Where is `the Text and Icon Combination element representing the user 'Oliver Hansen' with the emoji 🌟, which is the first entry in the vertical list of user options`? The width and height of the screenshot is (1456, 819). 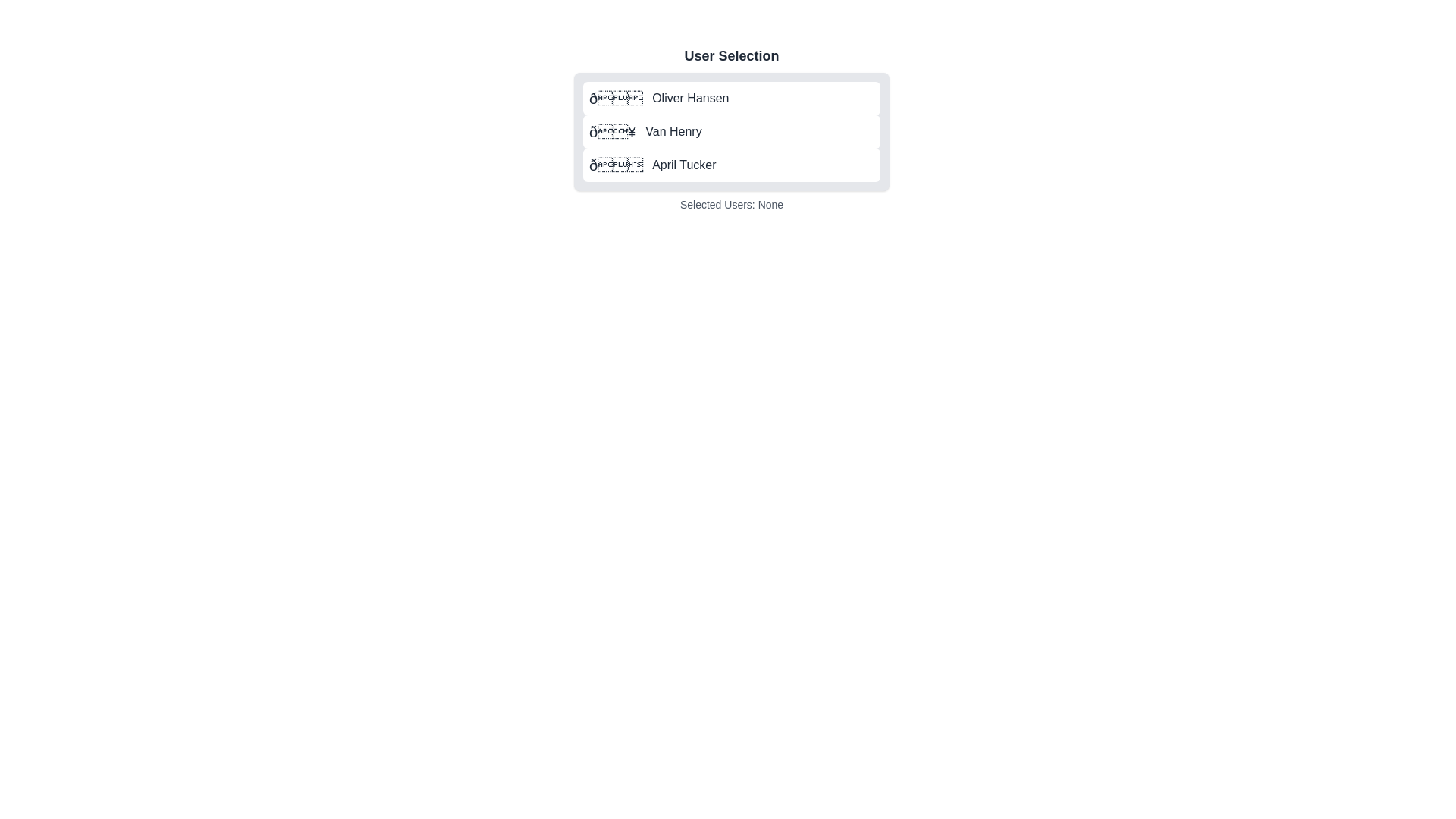
the Text and Icon Combination element representing the user 'Oliver Hansen' with the emoji 🌟, which is the first entry in the vertical list of user options is located at coordinates (659, 99).